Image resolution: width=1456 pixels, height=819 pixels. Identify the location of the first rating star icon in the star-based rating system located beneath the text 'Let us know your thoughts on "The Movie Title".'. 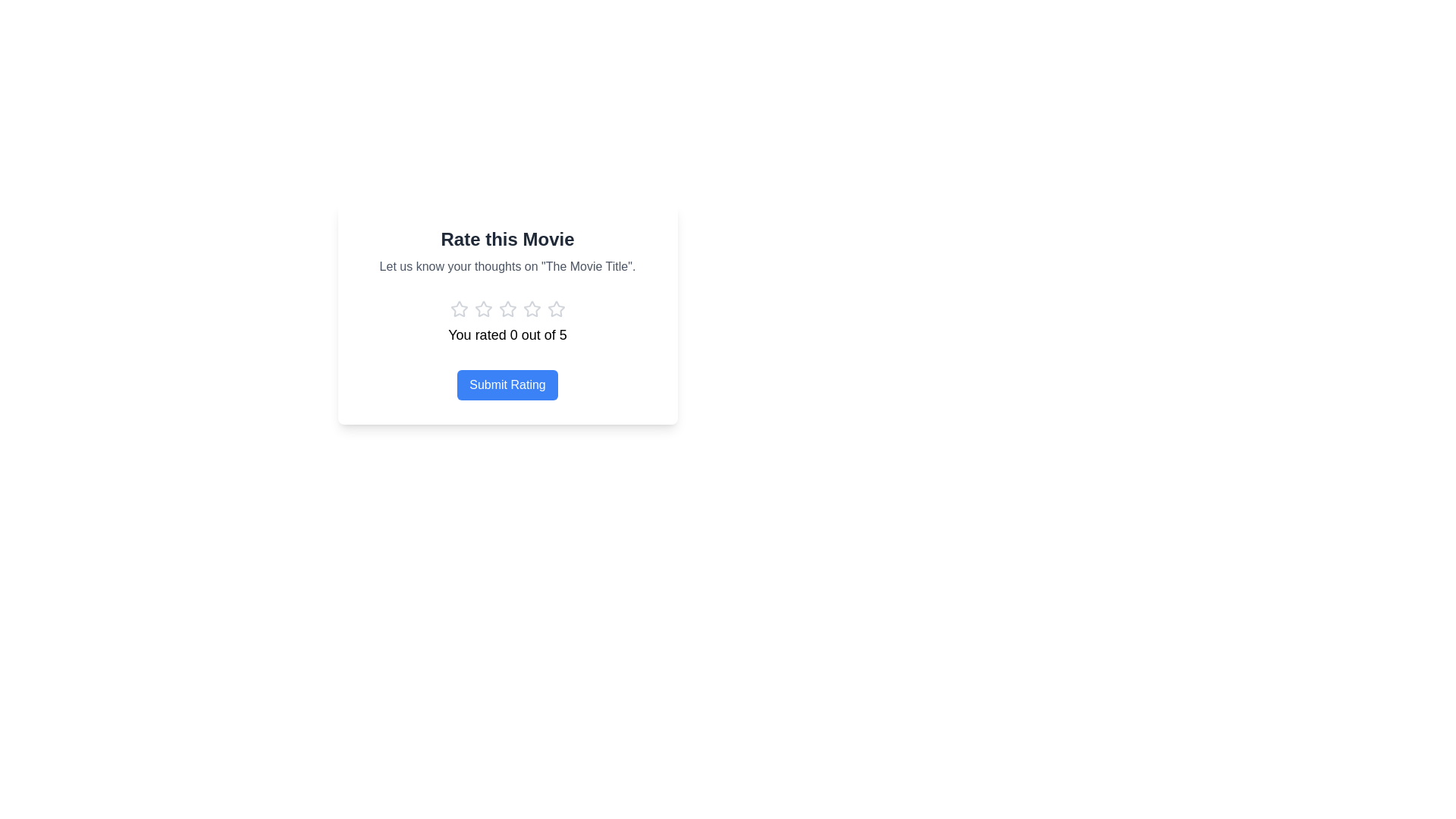
(458, 309).